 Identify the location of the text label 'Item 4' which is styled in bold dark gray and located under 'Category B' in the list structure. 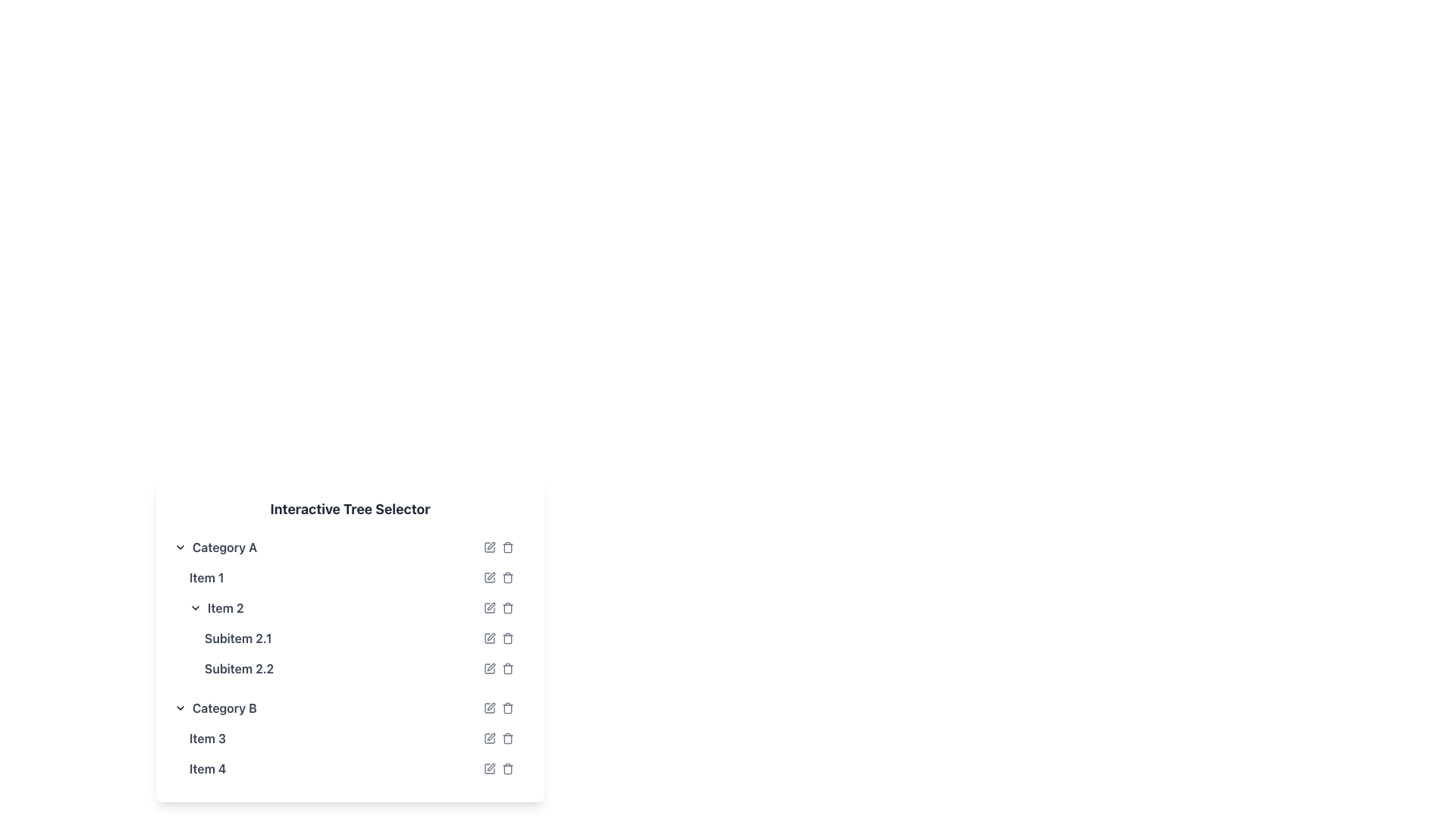
(207, 769).